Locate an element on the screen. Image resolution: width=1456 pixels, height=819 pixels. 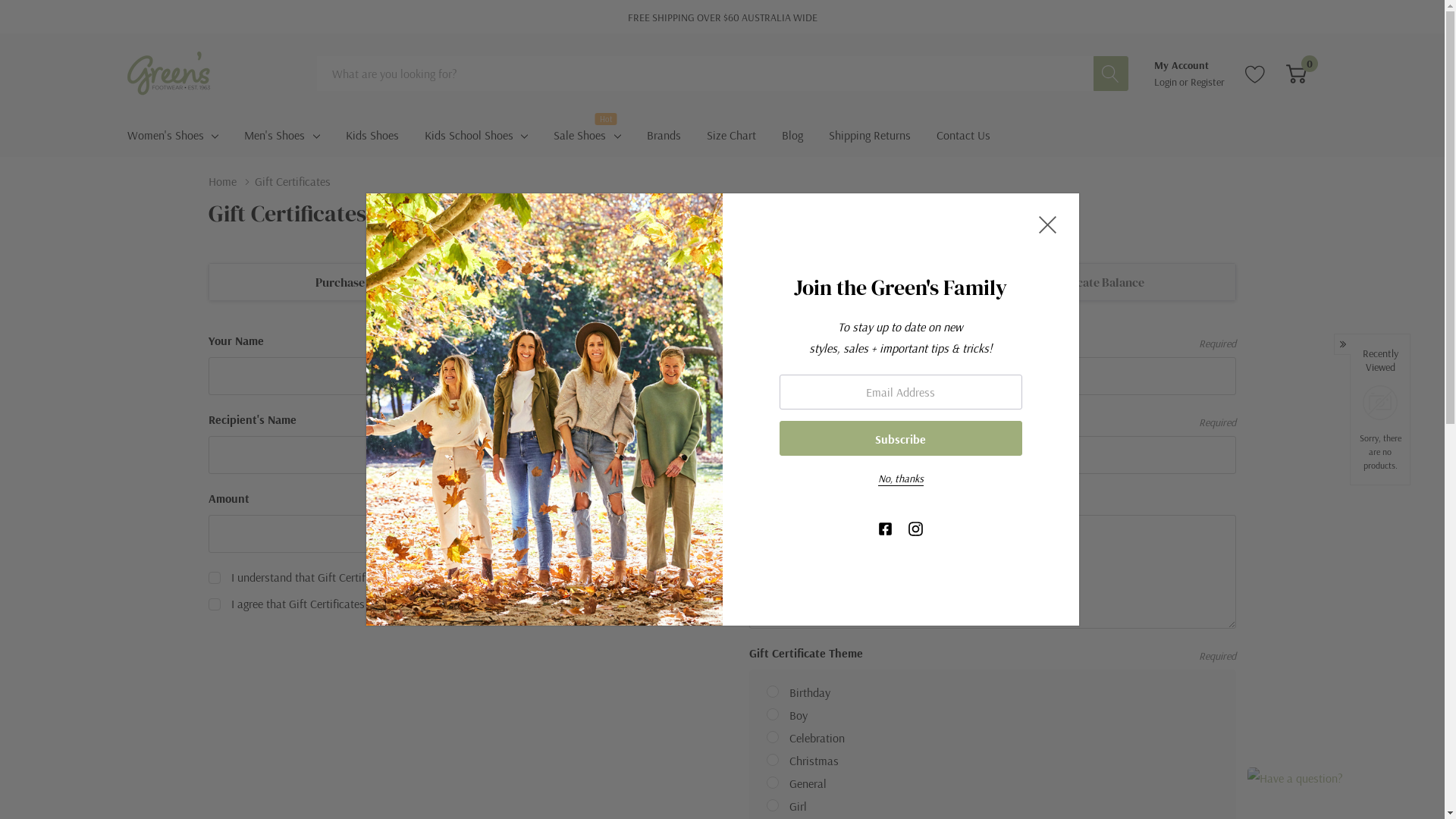
'Women'S Shoes' is located at coordinates (165, 133).